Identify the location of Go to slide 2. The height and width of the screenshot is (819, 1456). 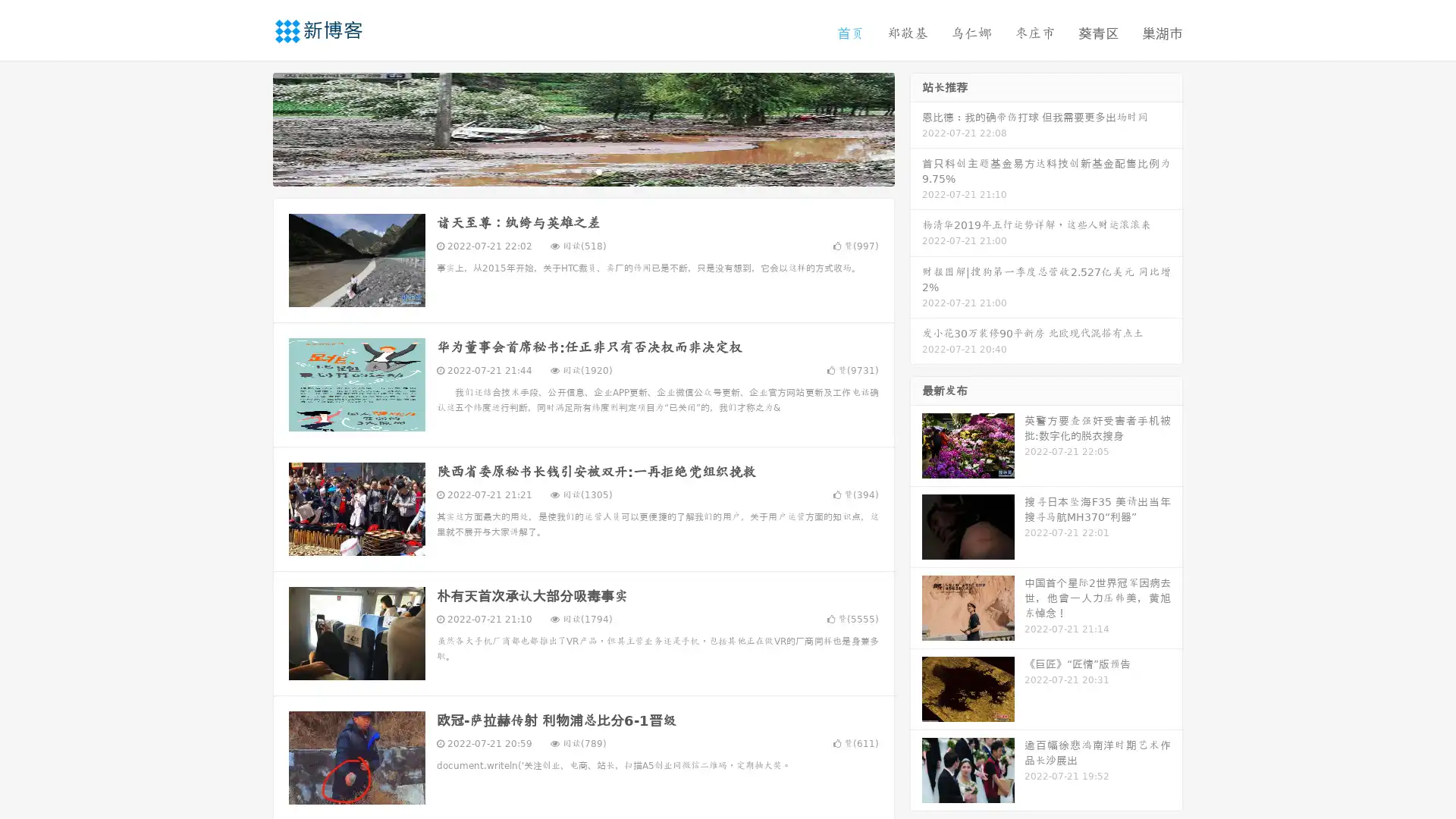
(582, 171).